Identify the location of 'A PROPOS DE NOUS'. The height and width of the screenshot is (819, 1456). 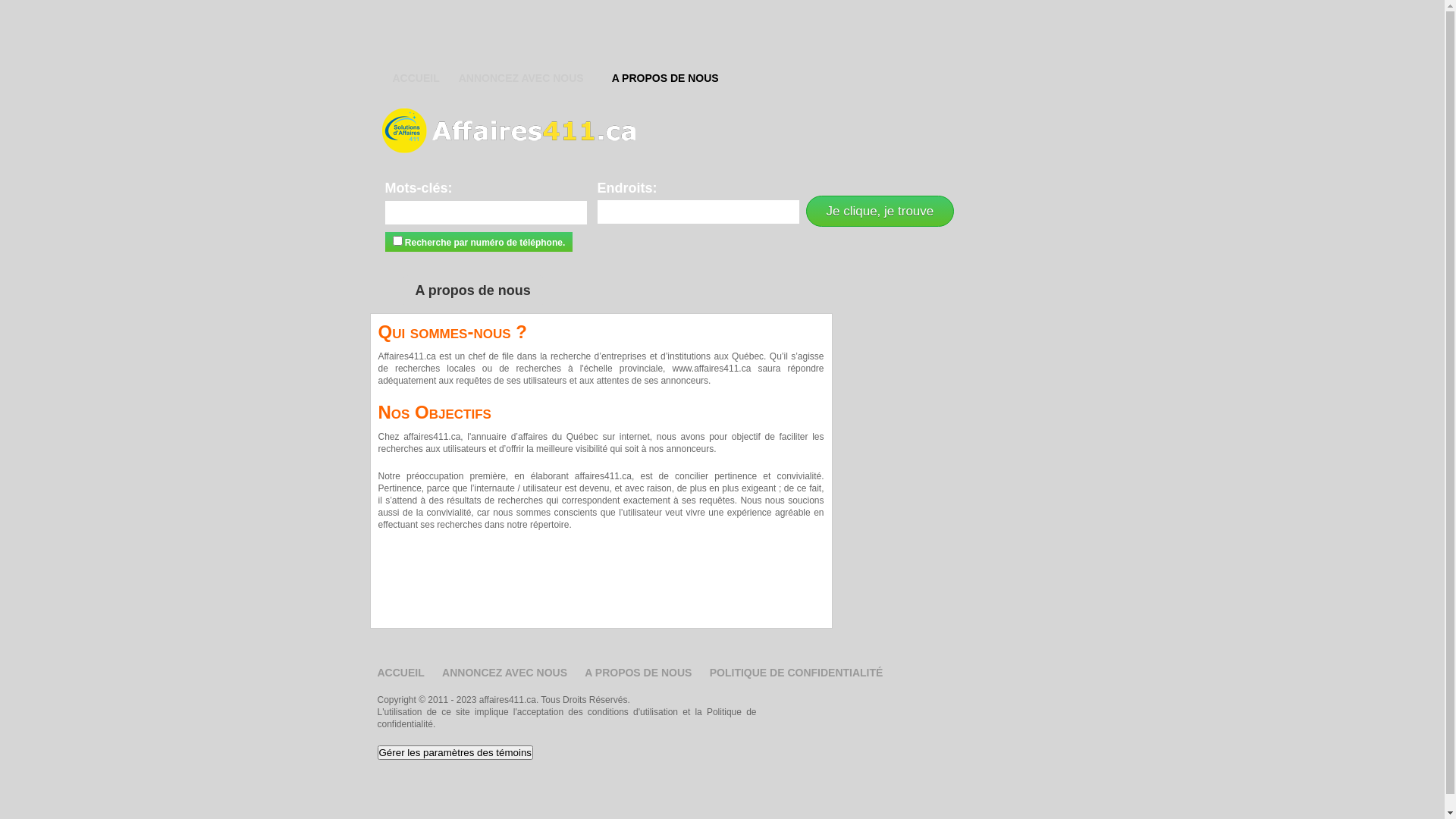
(665, 79).